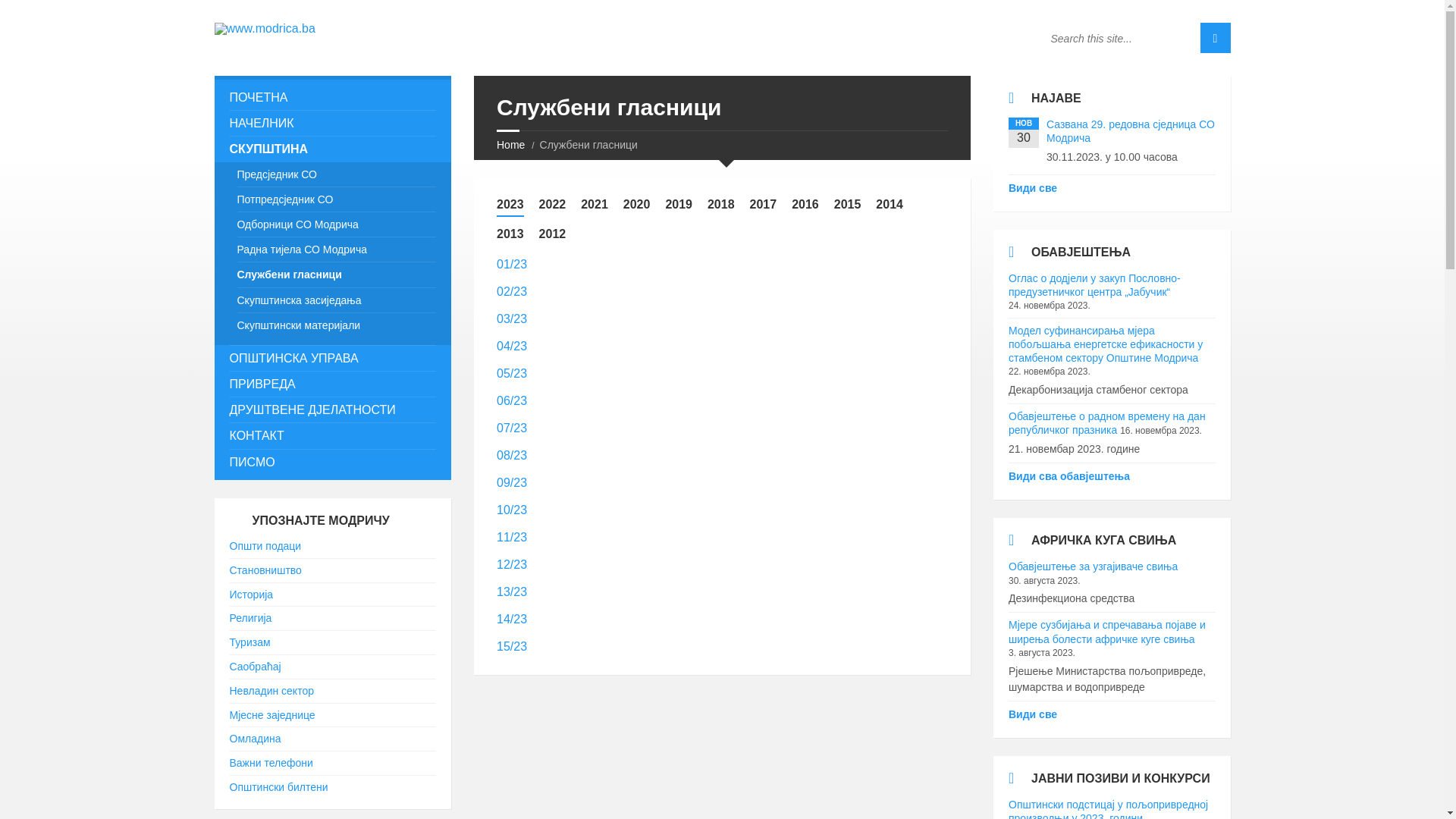 The width and height of the screenshot is (1456, 819). Describe the element at coordinates (512, 564) in the screenshot. I see `'12/23'` at that location.